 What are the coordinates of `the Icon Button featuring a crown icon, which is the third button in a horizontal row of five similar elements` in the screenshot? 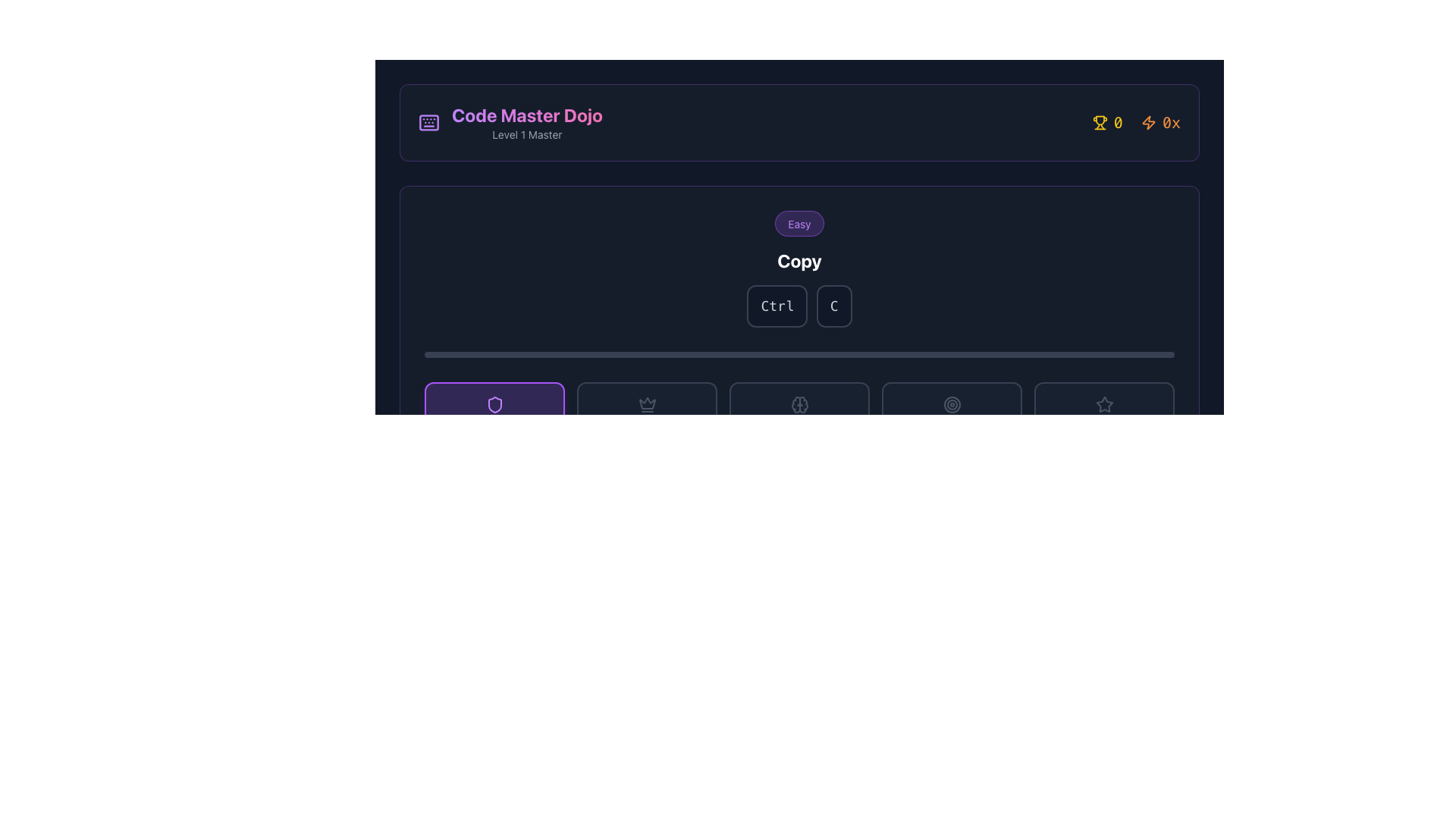 It's located at (647, 403).